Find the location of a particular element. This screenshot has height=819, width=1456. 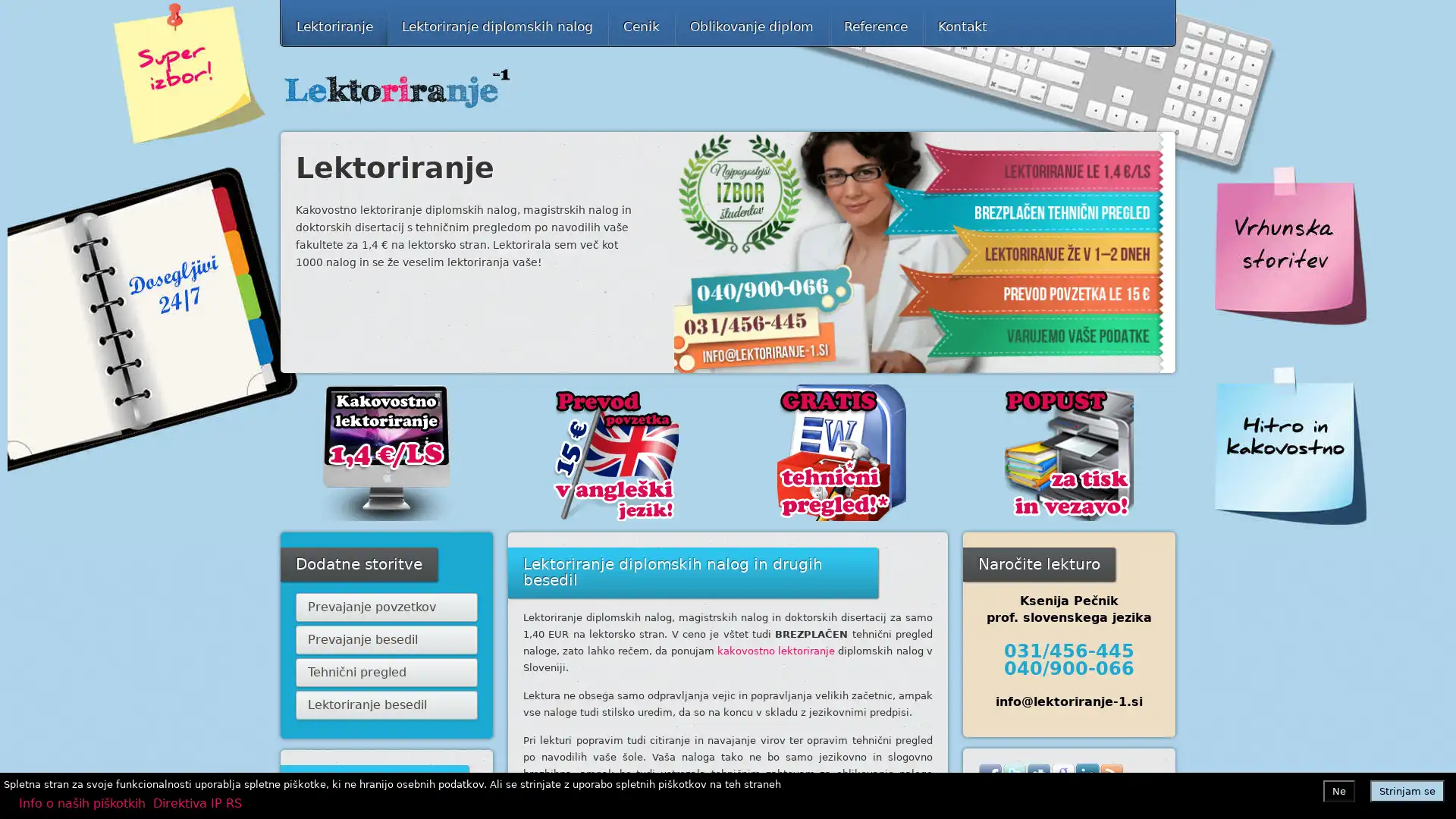

Strinjam se is located at coordinates (1407, 789).